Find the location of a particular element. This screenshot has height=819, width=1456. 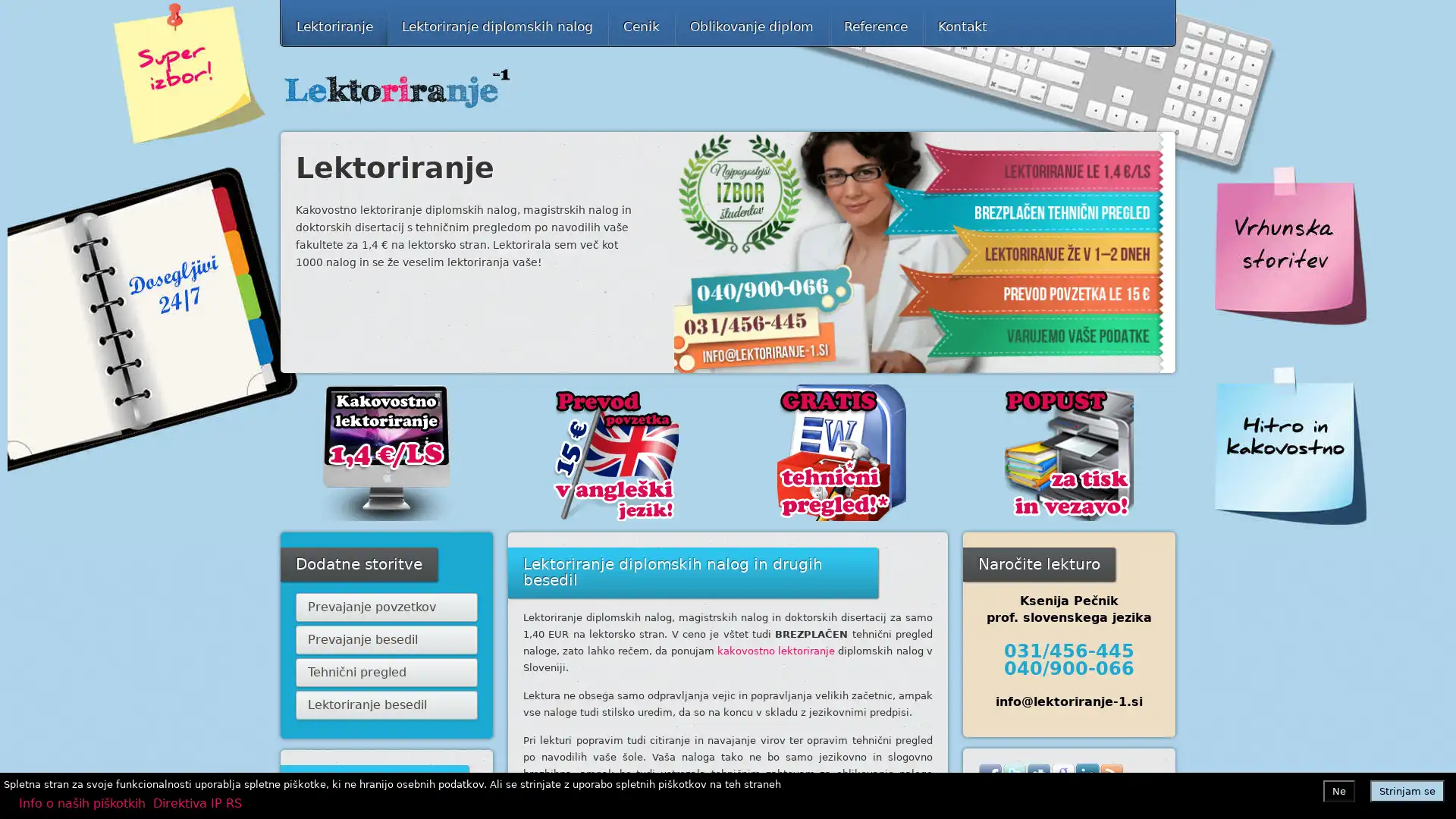

Strinjam se is located at coordinates (1407, 789).